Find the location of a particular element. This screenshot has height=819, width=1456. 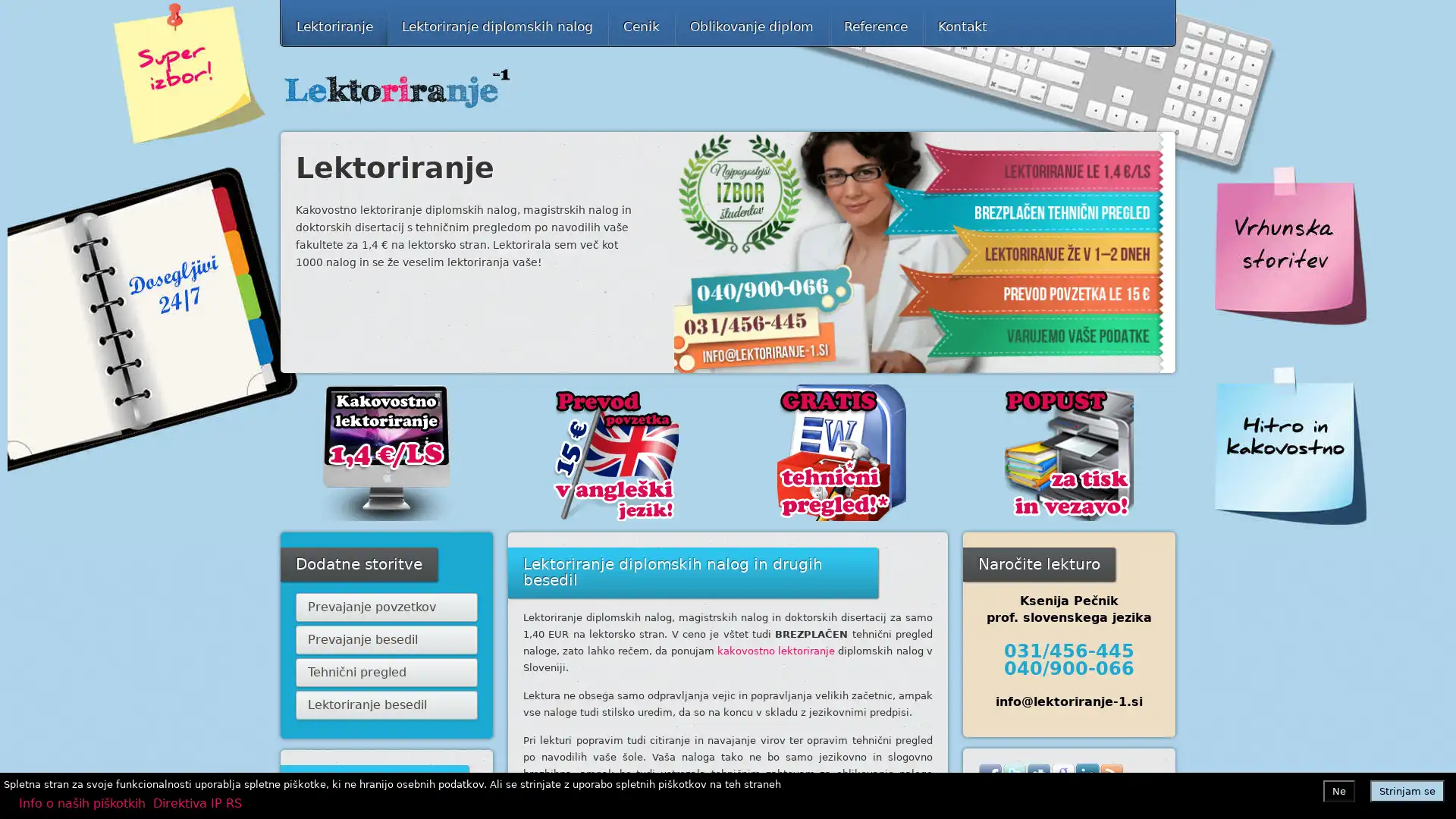

Strinjam se is located at coordinates (1407, 789).